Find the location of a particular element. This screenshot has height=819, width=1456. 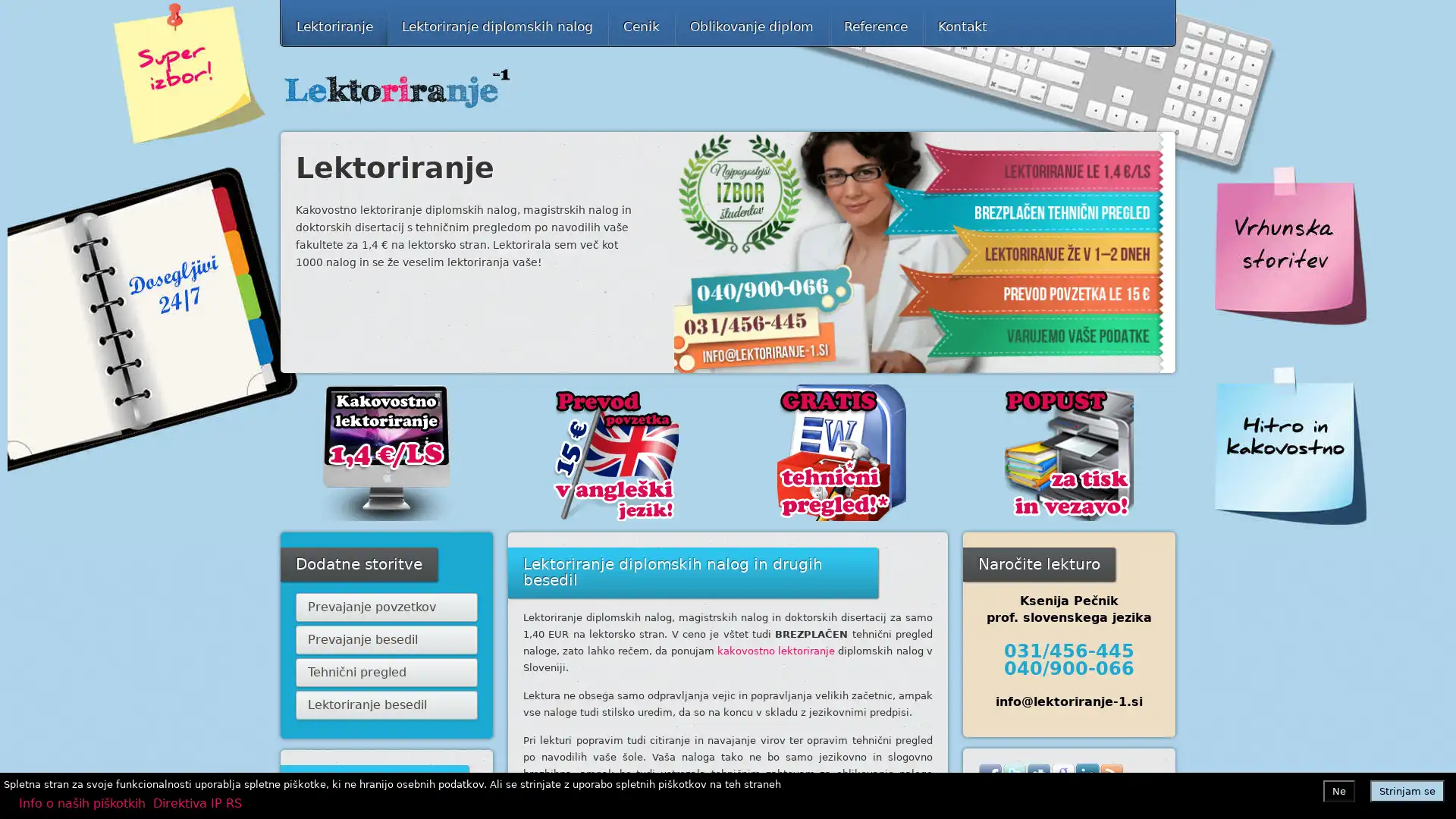

Strinjam se is located at coordinates (1407, 789).